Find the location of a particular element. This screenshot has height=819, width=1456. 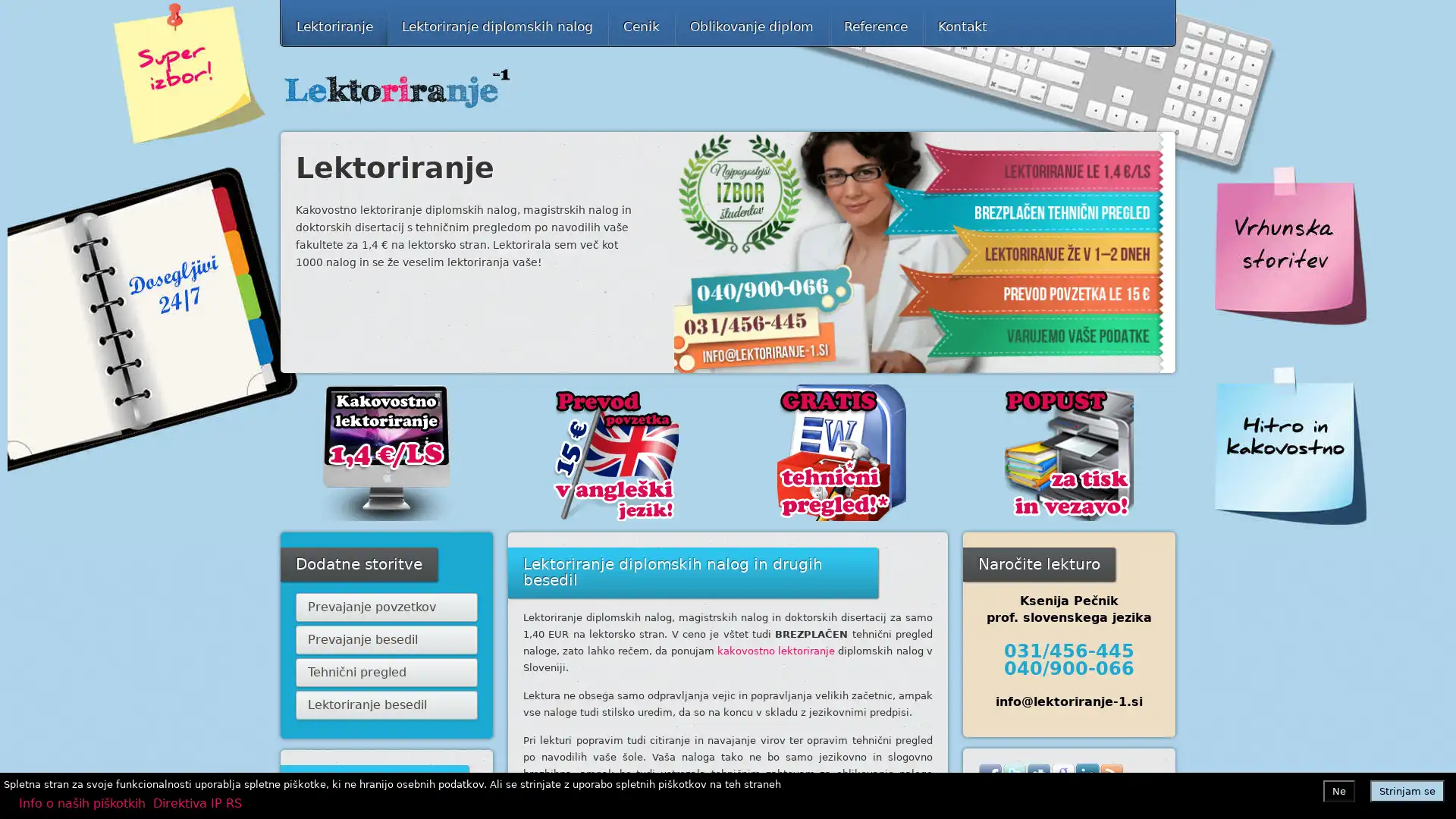

Strinjam se is located at coordinates (1407, 789).